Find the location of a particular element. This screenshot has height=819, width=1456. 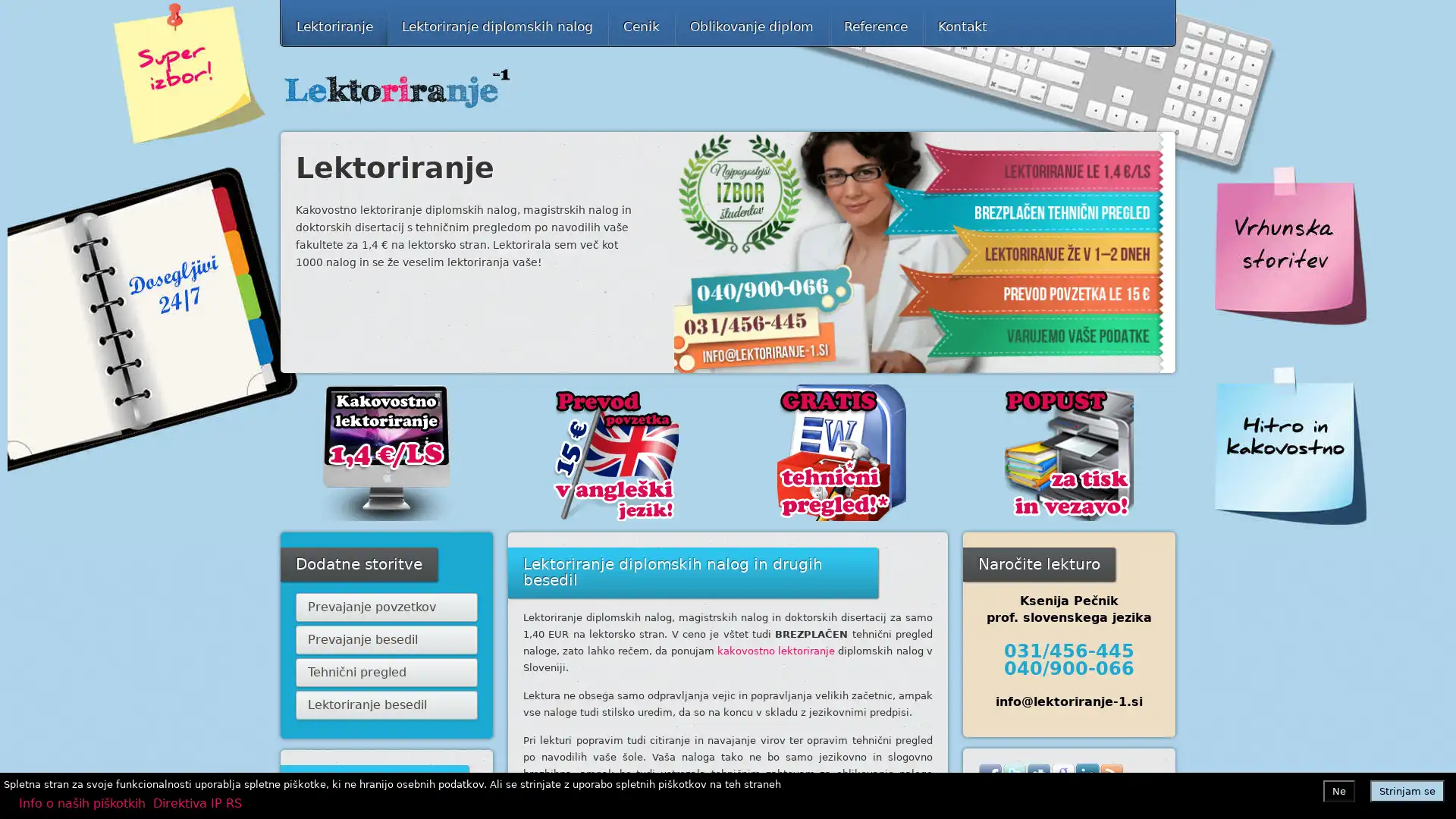

Strinjam se is located at coordinates (1407, 789).